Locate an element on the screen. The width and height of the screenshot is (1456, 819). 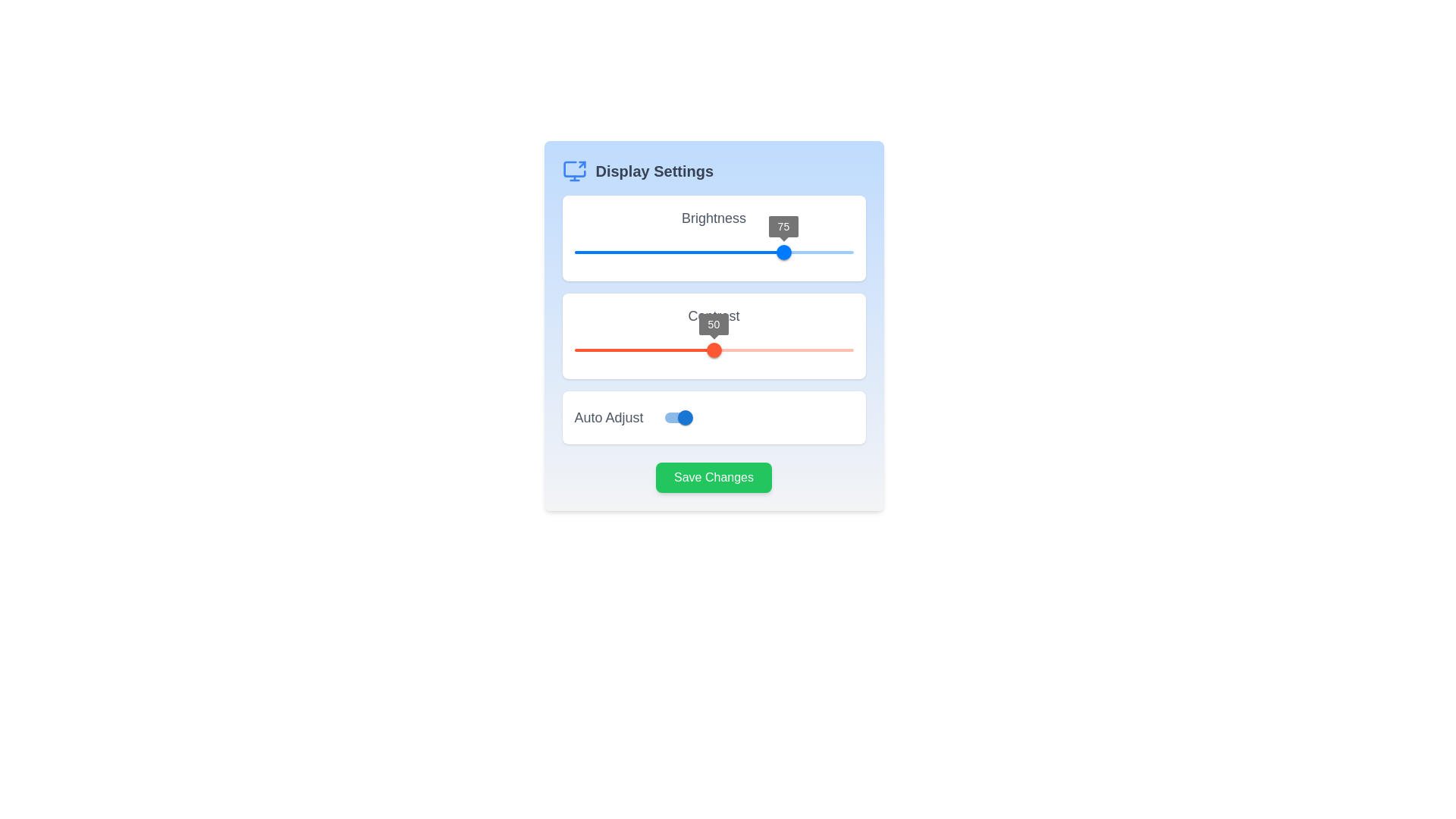
the brightness level is located at coordinates (778, 251).